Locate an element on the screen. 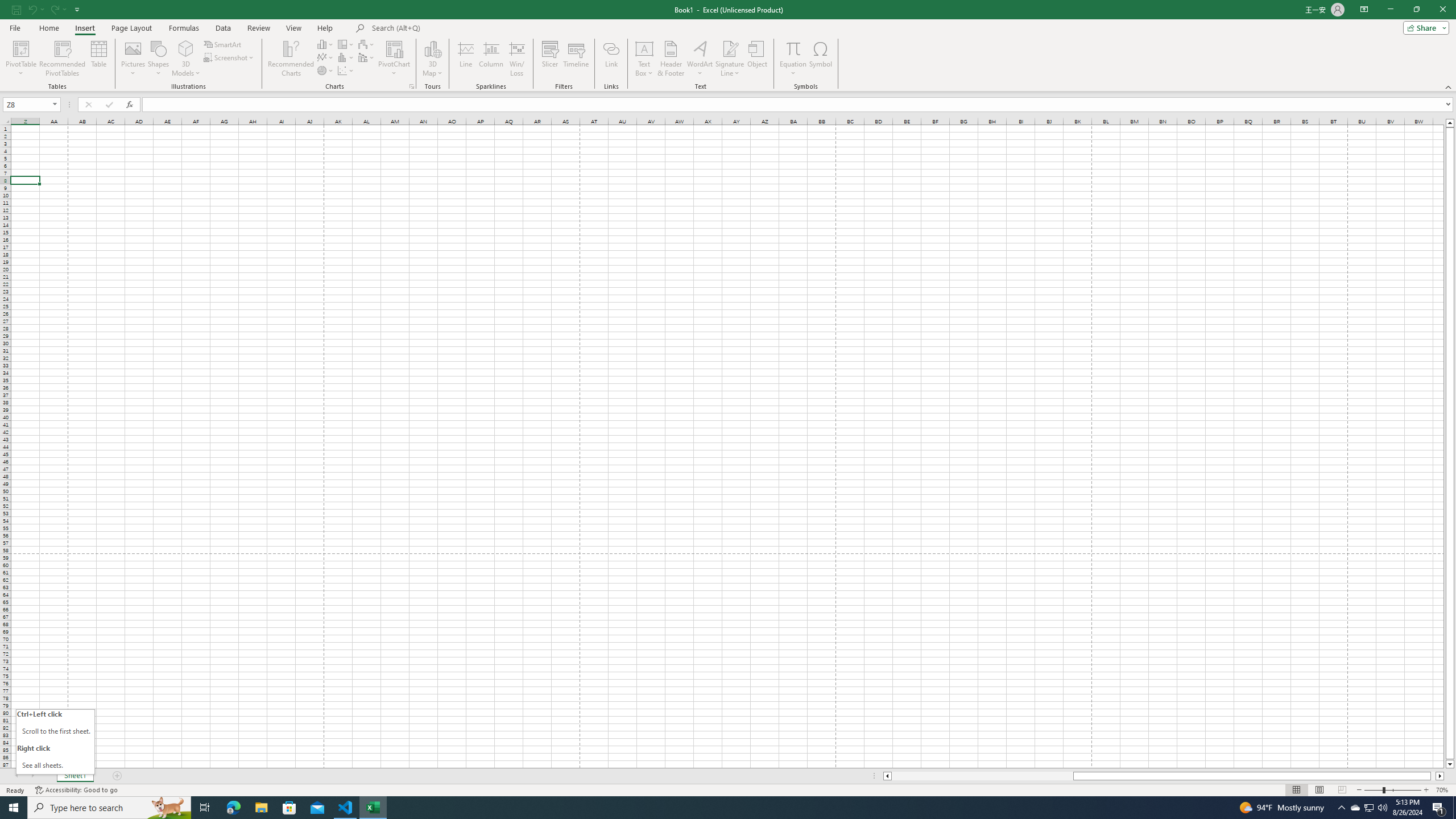 Image resolution: width=1456 pixels, height=819 pixels. 'Timeline' is located at coordinates (575, 59).